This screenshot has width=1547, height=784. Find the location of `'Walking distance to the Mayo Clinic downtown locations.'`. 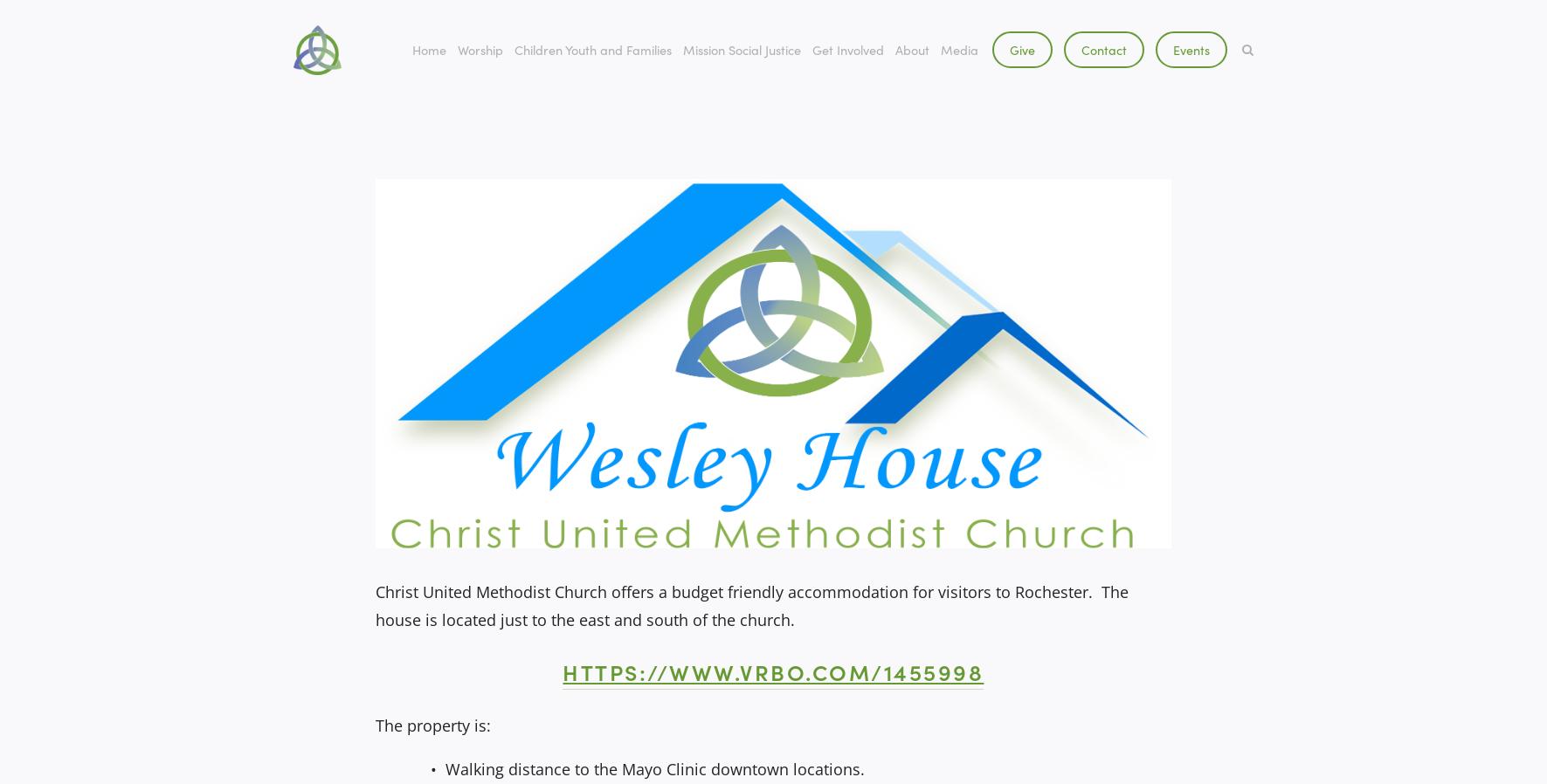

'Walking distance to the Mayo Clinic downtown locations.' is located at coordinates (653, 769).